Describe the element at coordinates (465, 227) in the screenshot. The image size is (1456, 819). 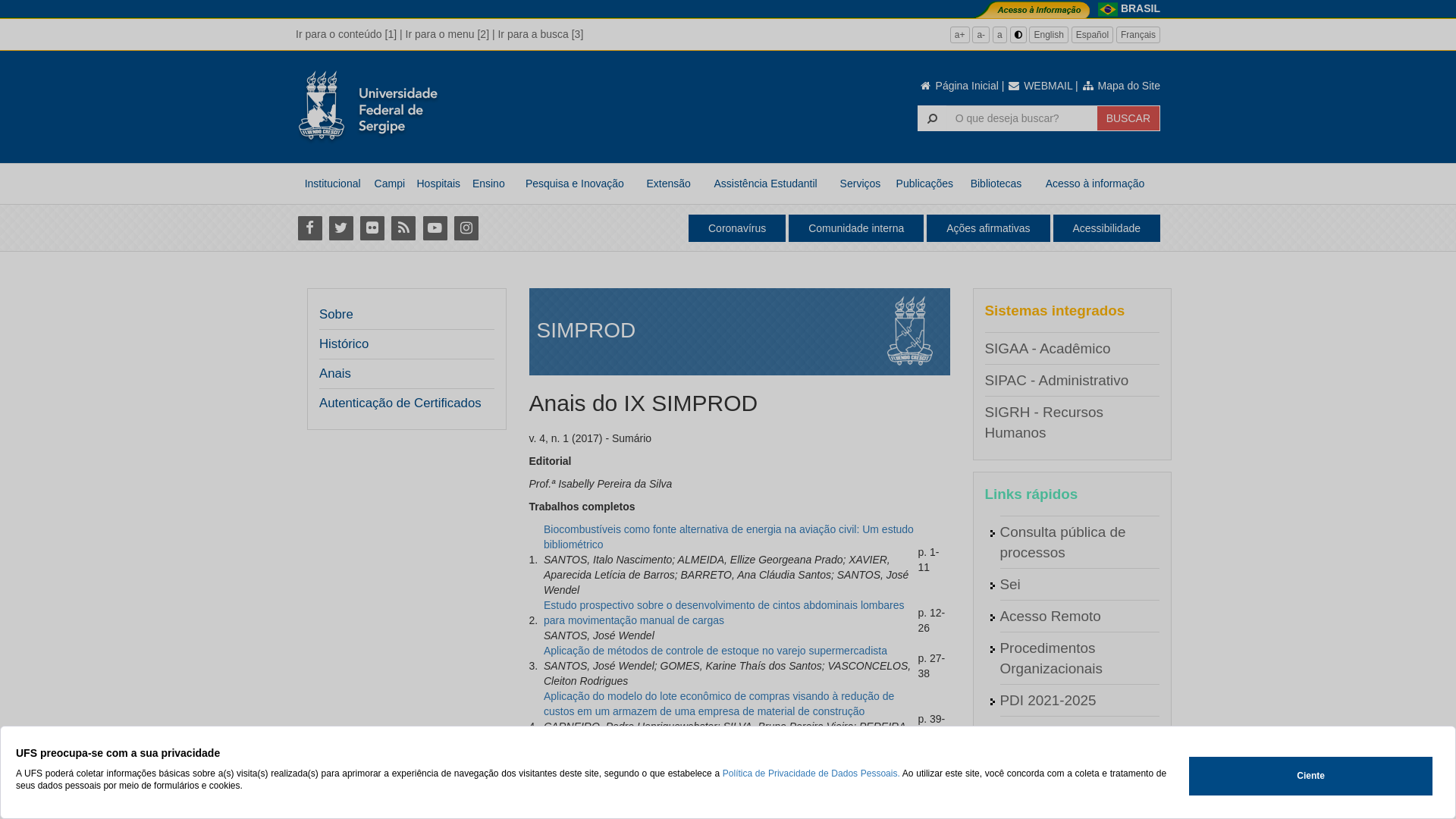
I see `'Instagram'` at that location.